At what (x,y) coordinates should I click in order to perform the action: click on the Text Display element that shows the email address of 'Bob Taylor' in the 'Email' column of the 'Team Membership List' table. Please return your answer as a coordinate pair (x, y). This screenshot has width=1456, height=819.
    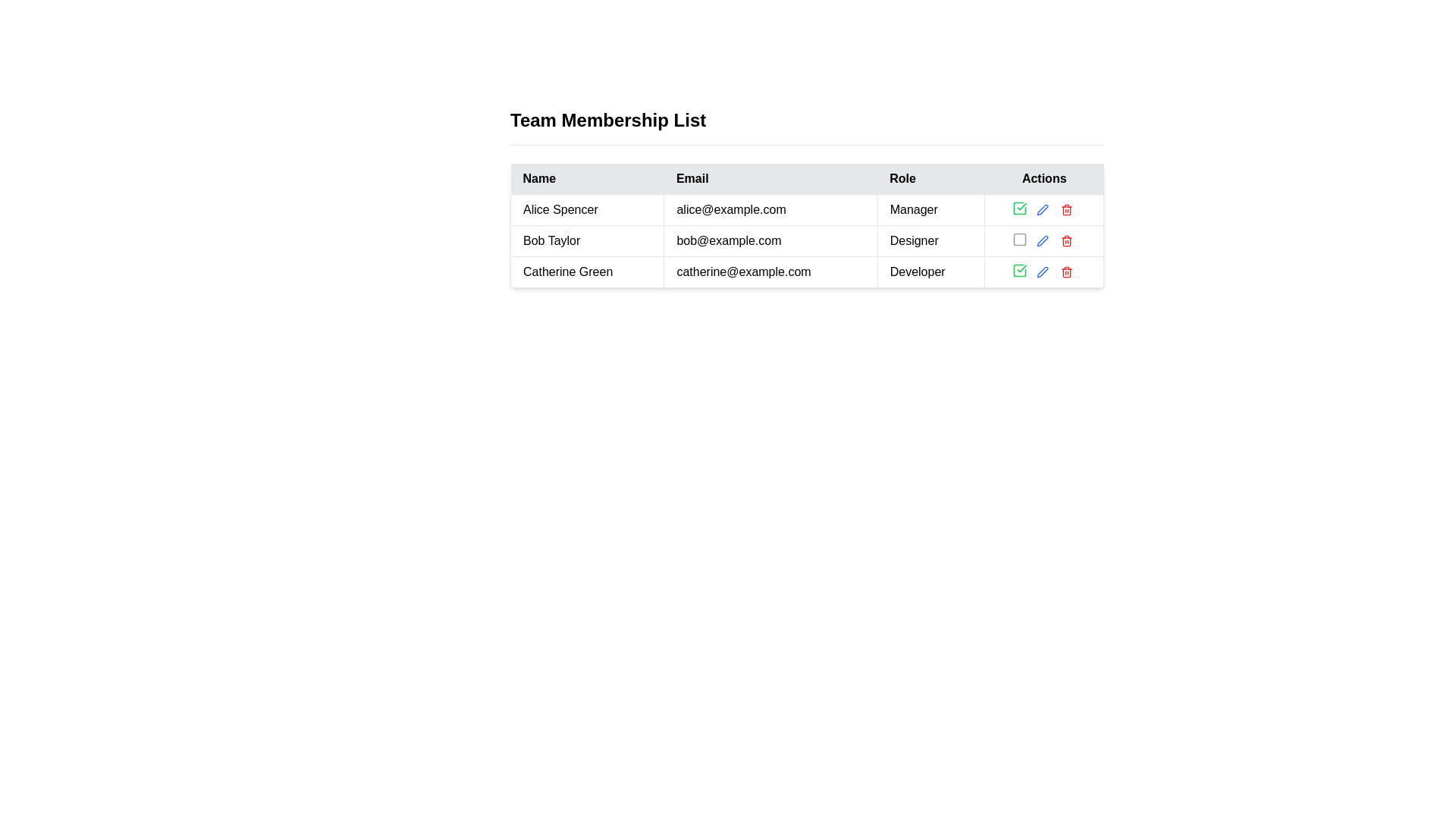
    Looking at the image, I should click on (770, 240).